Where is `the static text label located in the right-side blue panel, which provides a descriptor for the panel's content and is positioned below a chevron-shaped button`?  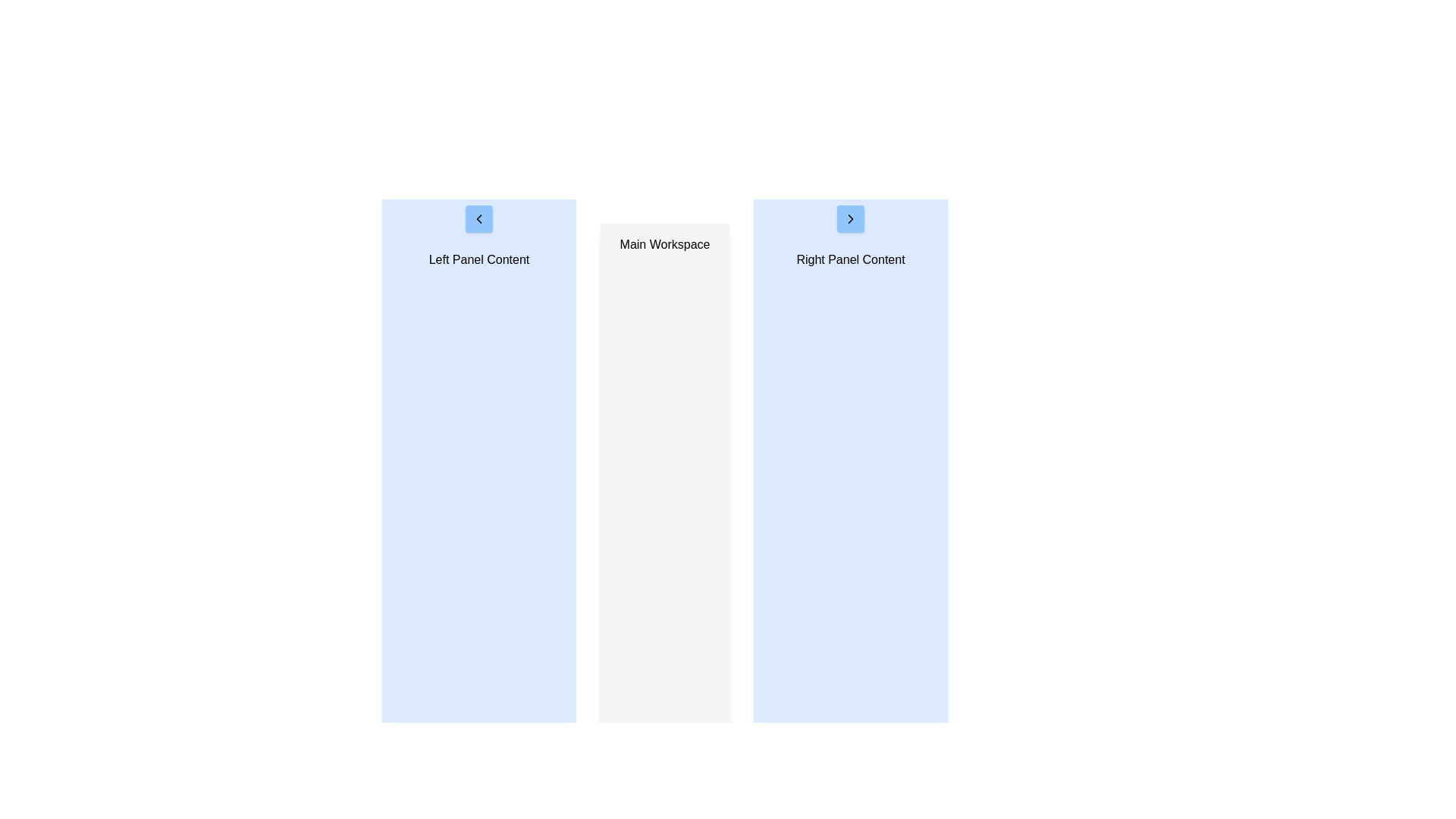
the static text label located in the right-side blue panel, which provides a descriptor for the panel's content and is positioned below a chevron-shaped button is located at coordinates (851, 259).